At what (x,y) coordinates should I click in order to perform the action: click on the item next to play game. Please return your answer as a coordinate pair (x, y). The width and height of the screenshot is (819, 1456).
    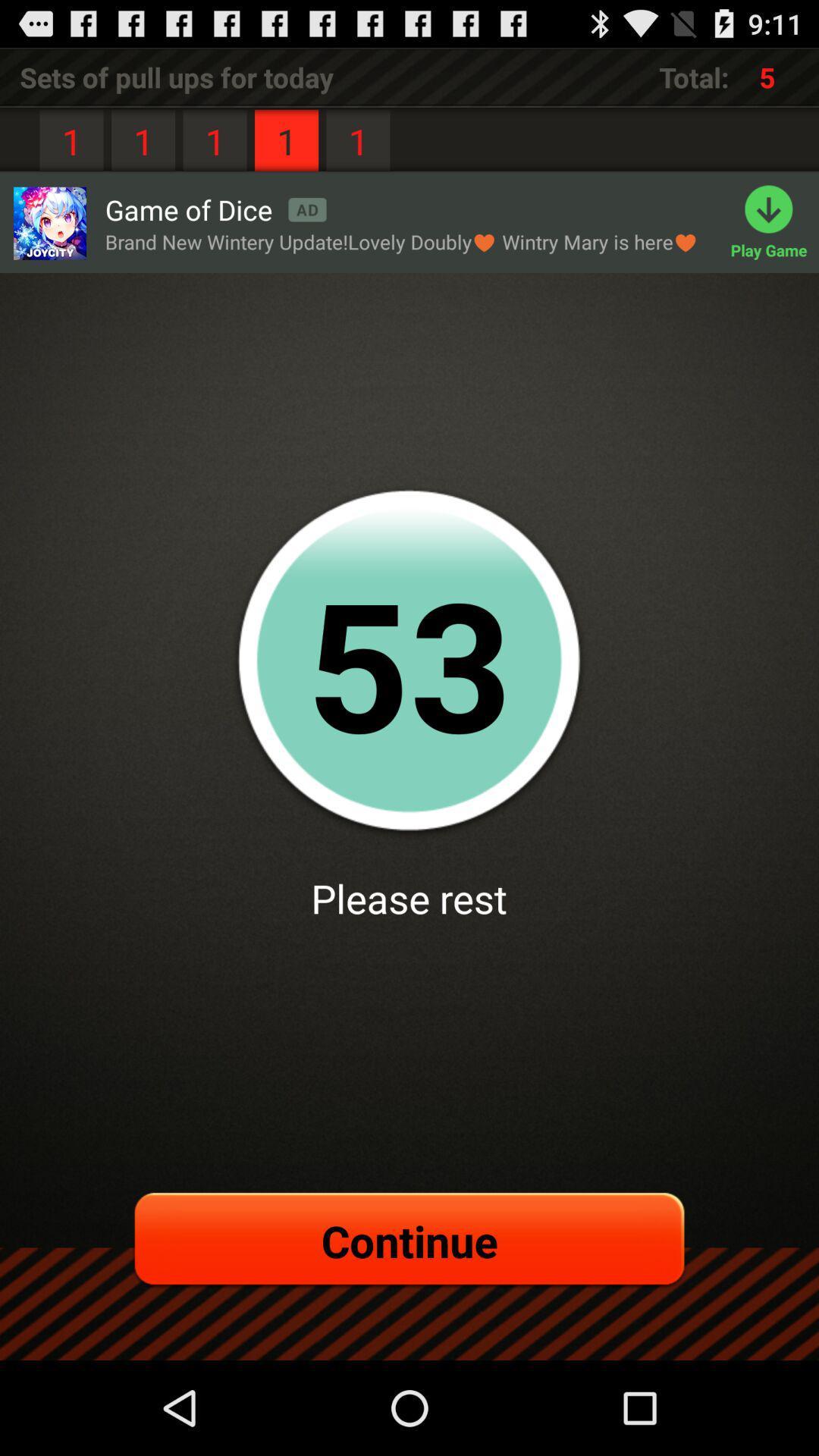
    Looking at the image, I should click on (400, 241).